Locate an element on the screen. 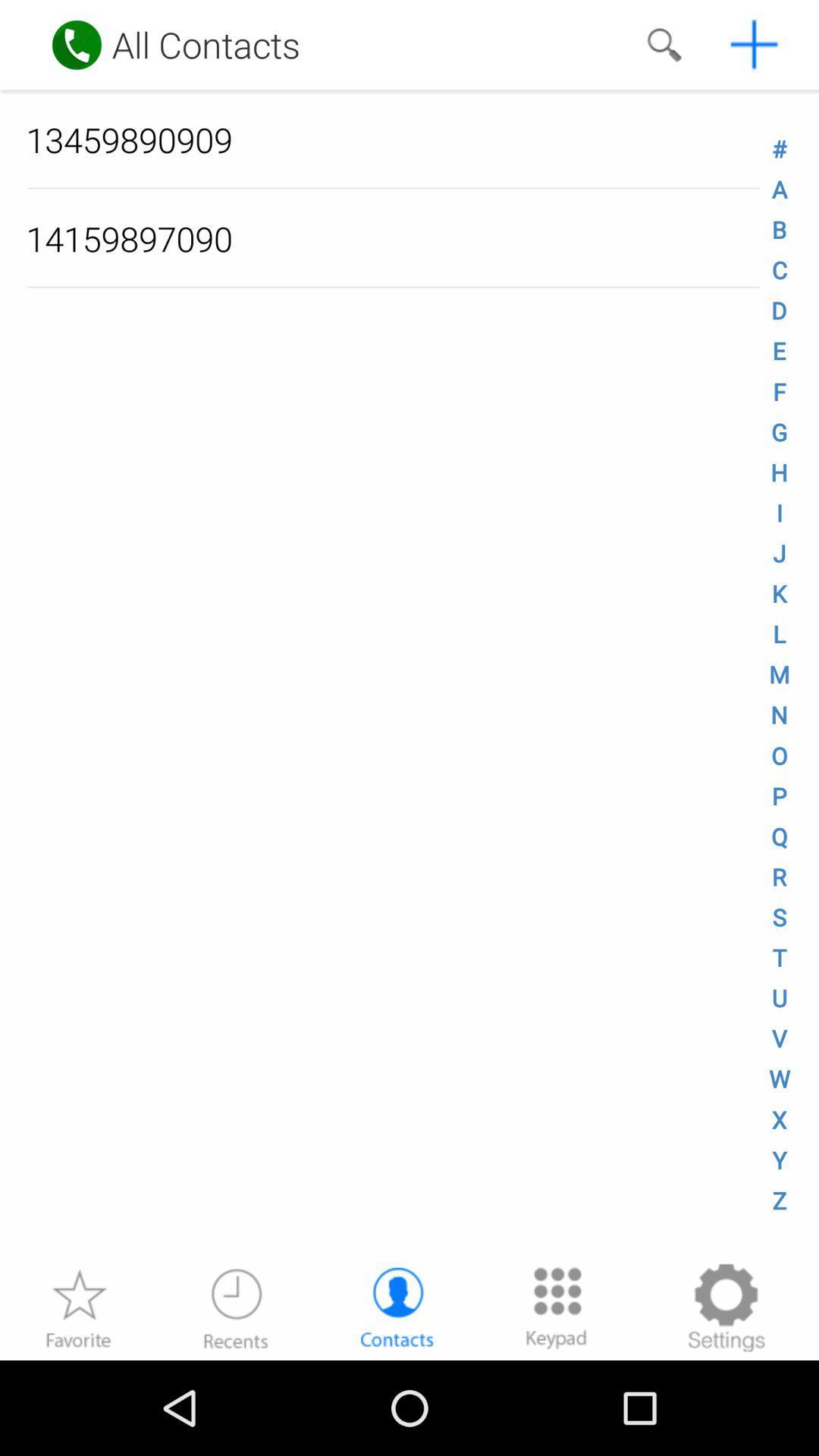 This screenshot has width=819, height=1456. recent calls is located at coordinates (236, 1307).